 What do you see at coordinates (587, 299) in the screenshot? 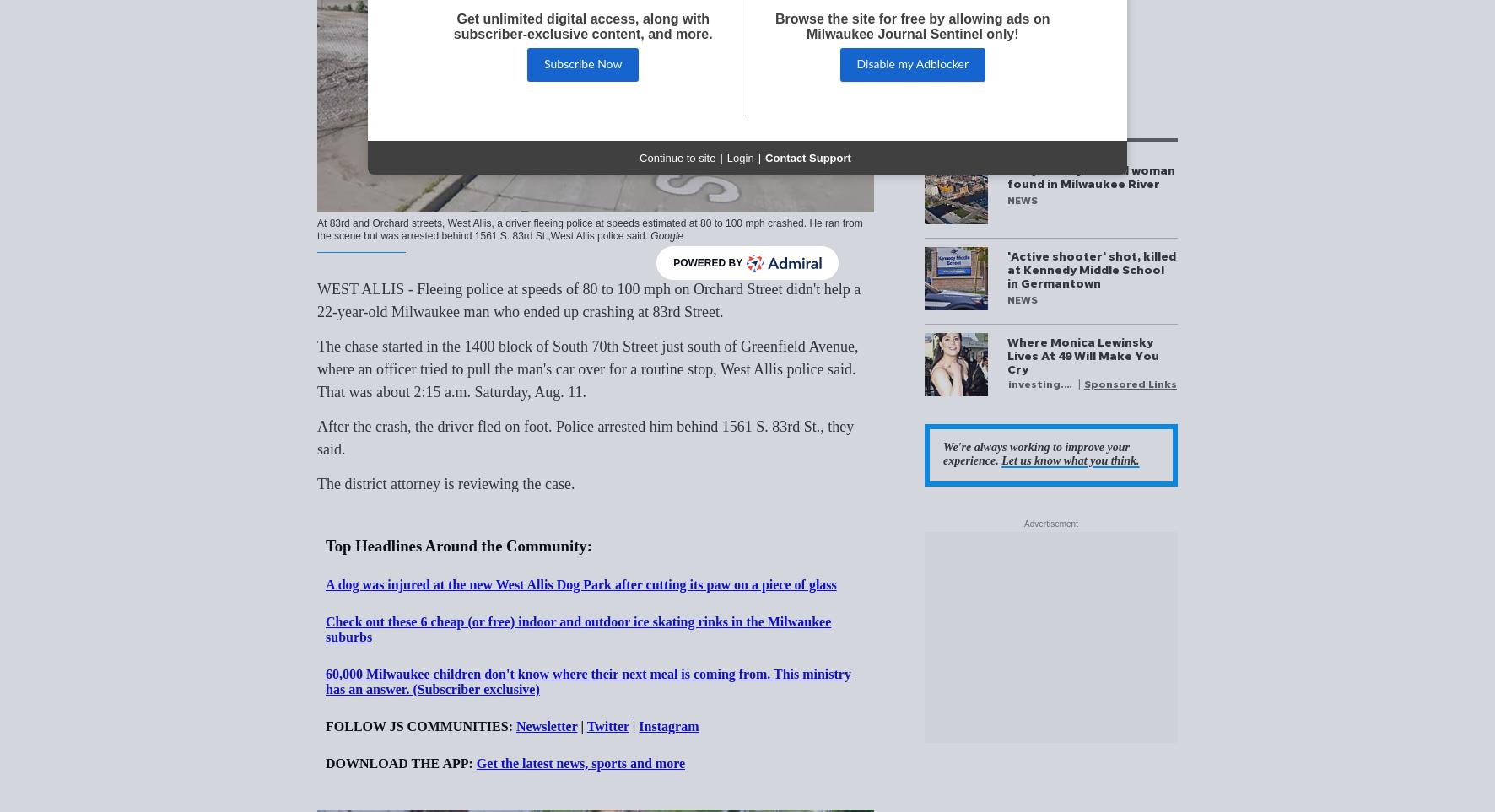
I see `'WEST ALLIS - Fleeing police at speeds of 80 to 100 mph on Orchard Street didn't help a 22-year-old Milwaukee man who ended up crashing at 83rd Street.'` at bounding box center [587, 299].